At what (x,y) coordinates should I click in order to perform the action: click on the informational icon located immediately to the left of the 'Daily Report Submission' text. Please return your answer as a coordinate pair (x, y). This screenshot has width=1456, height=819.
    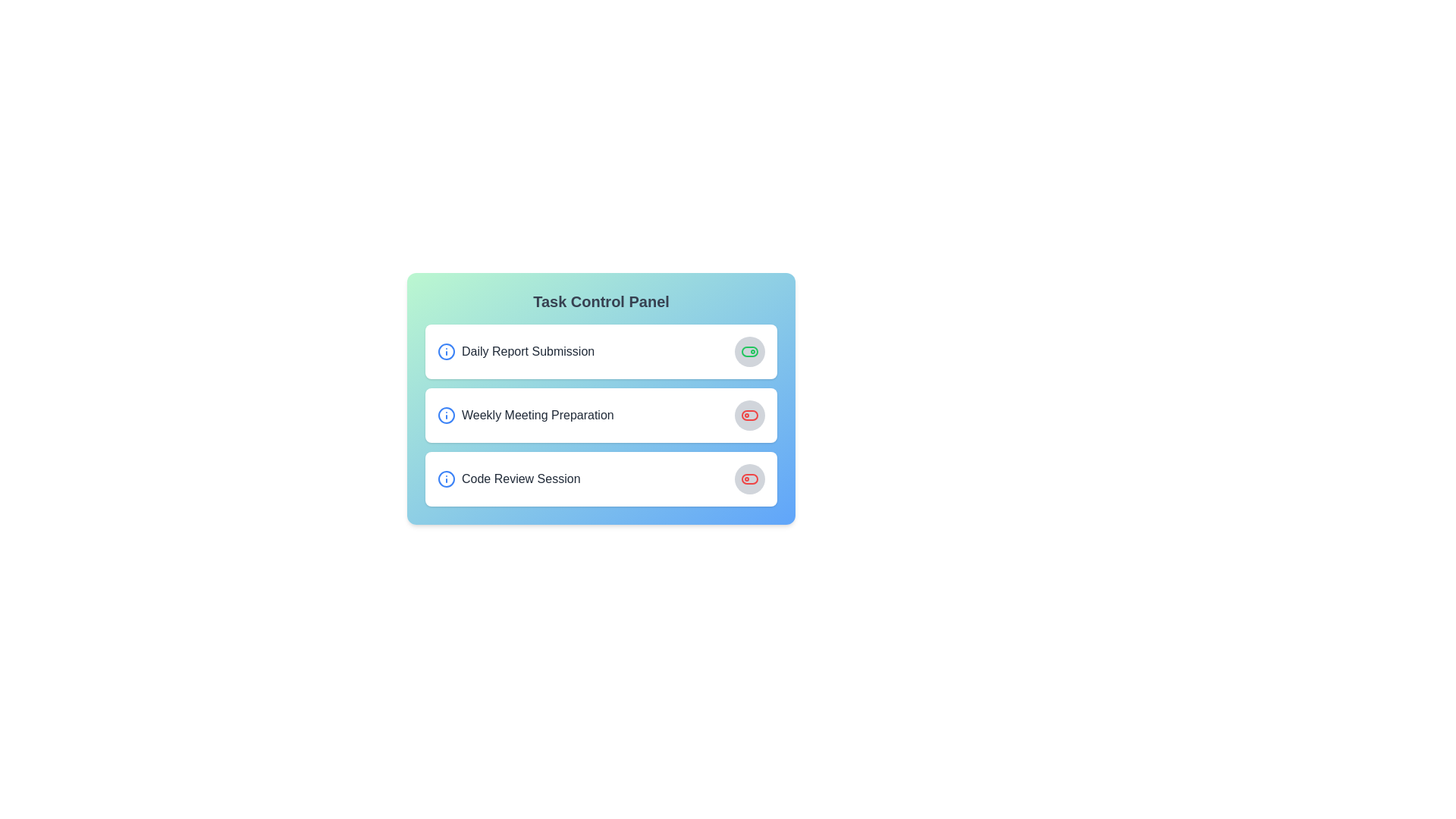
    Looking at the image, I should click on (446, 351).